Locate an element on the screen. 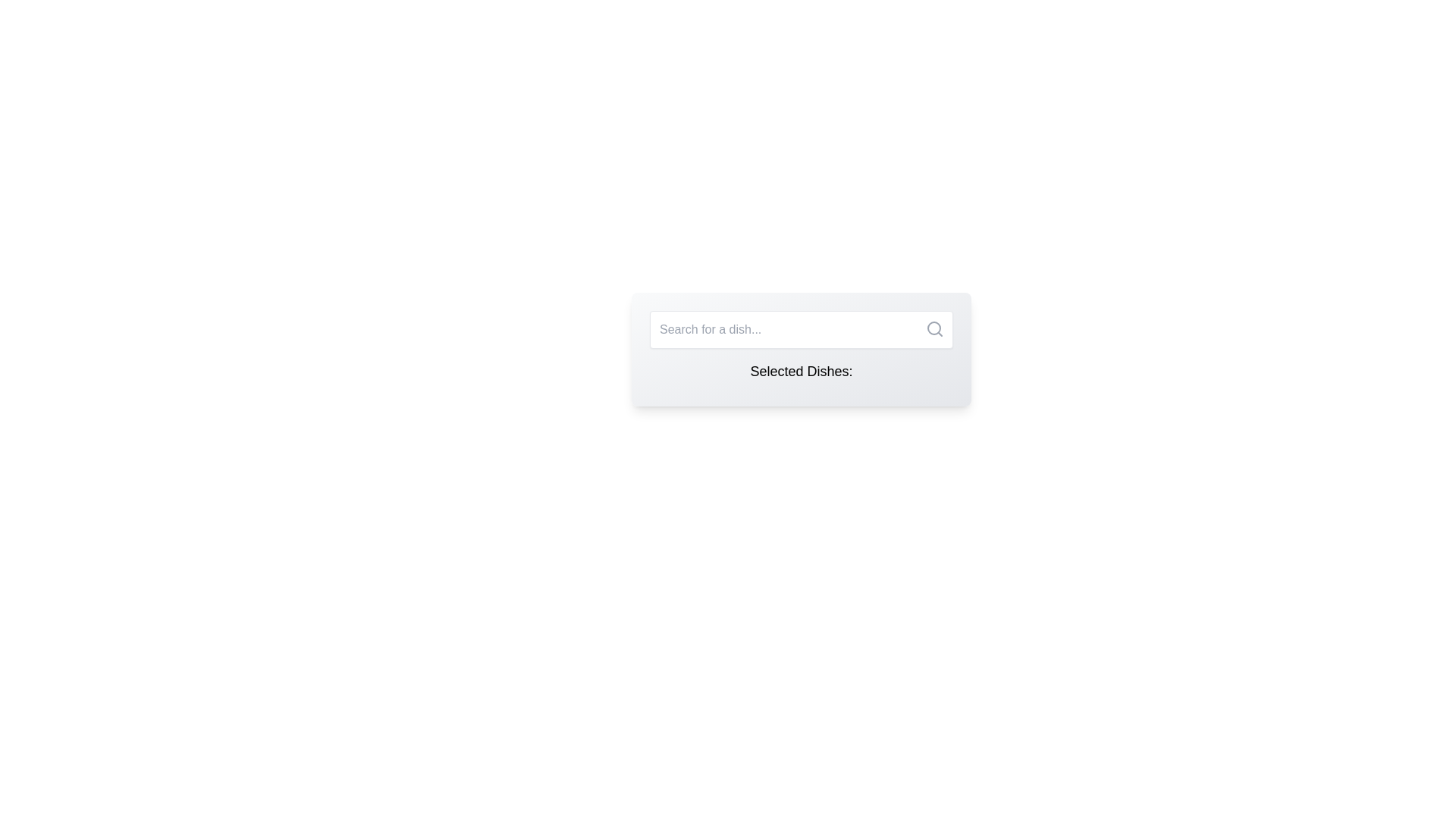 This screenshot has width=1456, height=819. the magnifying glass icon, which is styled with a circular frame and a protruding handle, located at the top-right corner of the search input field is located at coordinates (934, 328).